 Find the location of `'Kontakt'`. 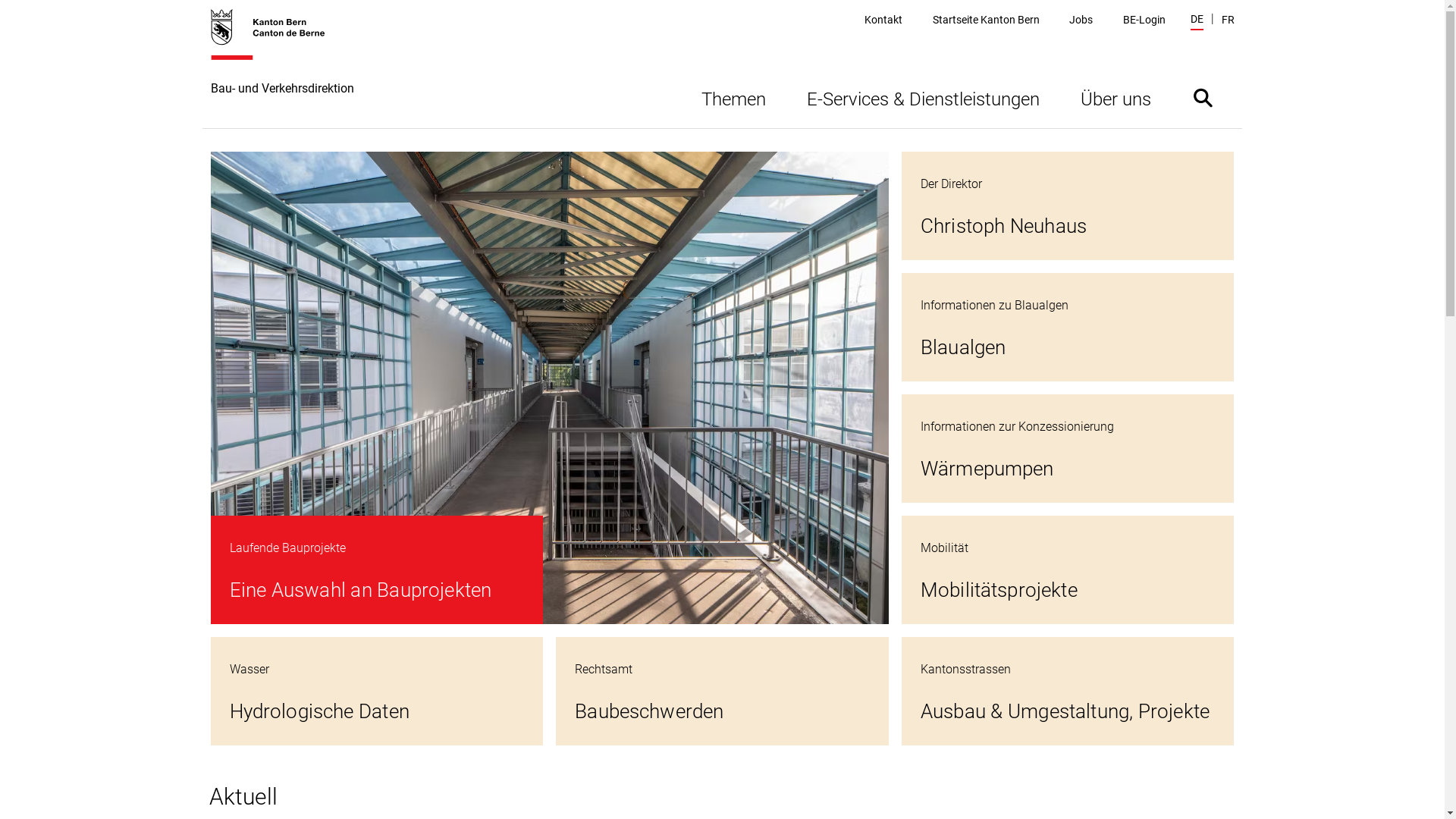

'Kontakt' is located at coordinates (883, 20).